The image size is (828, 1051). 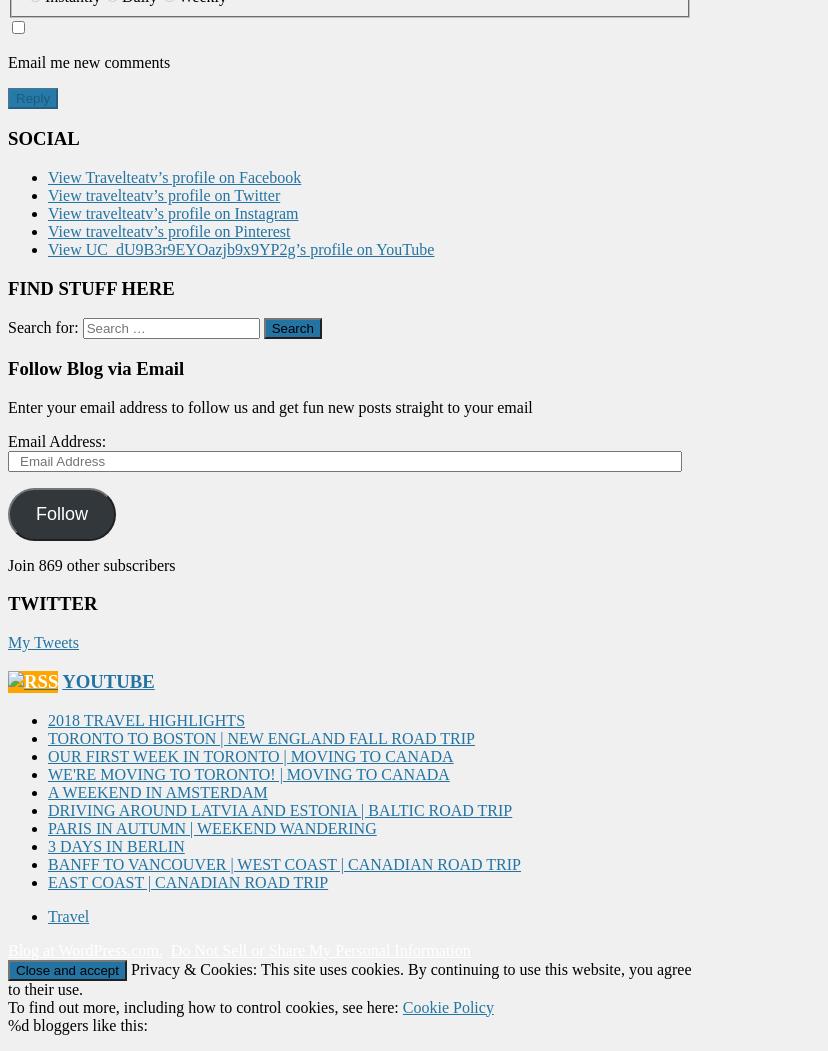 What do you see at coordinates (85, 948) in the screenshot?
I see `'Blog at WordPress.com.'` at bounding box center [85, 948].